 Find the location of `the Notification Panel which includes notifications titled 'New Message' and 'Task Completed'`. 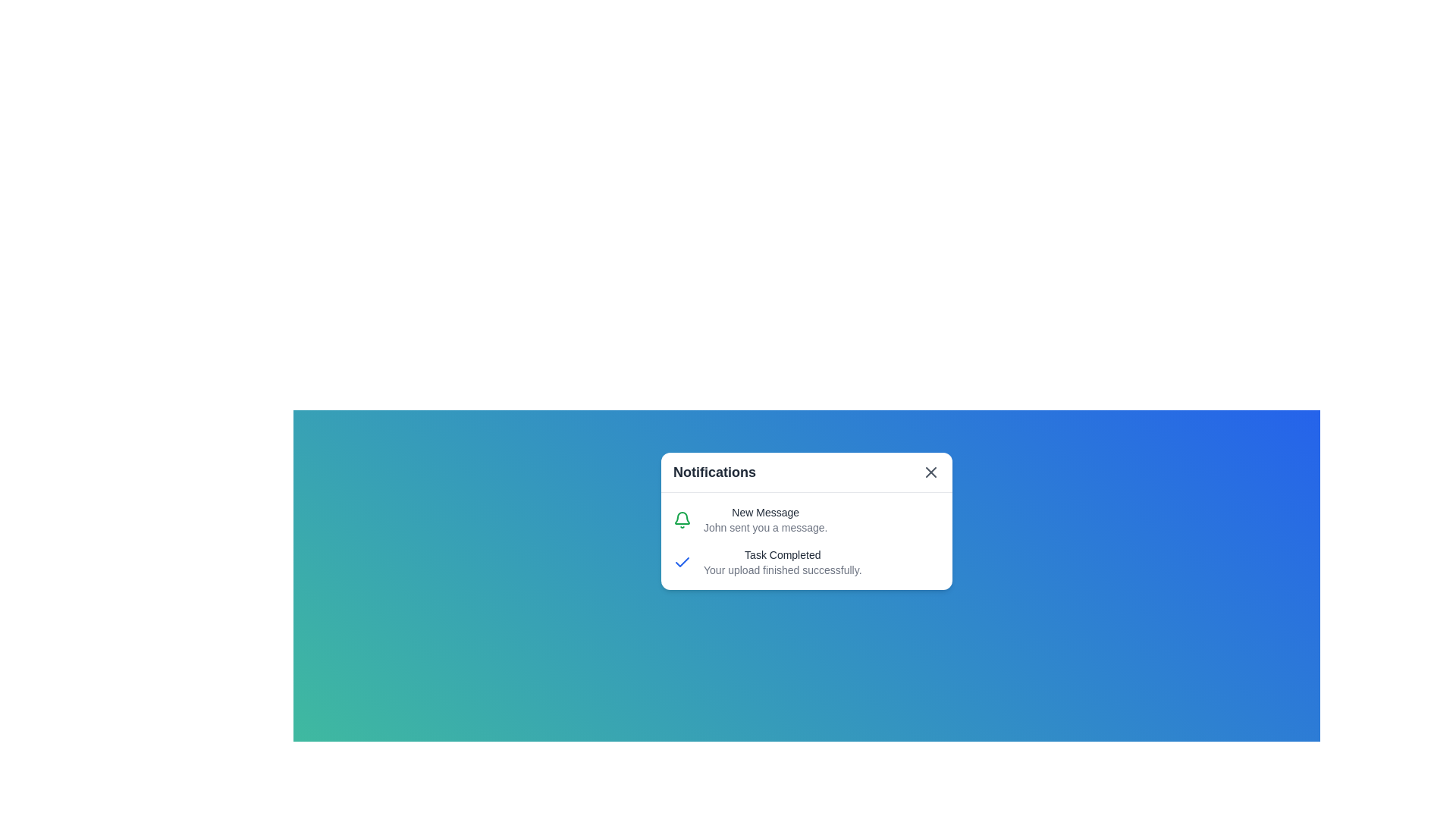

the Notification Panel which includes notifications titled 'New Message' and 'Task Completed' is located at coordinates (806, 540).